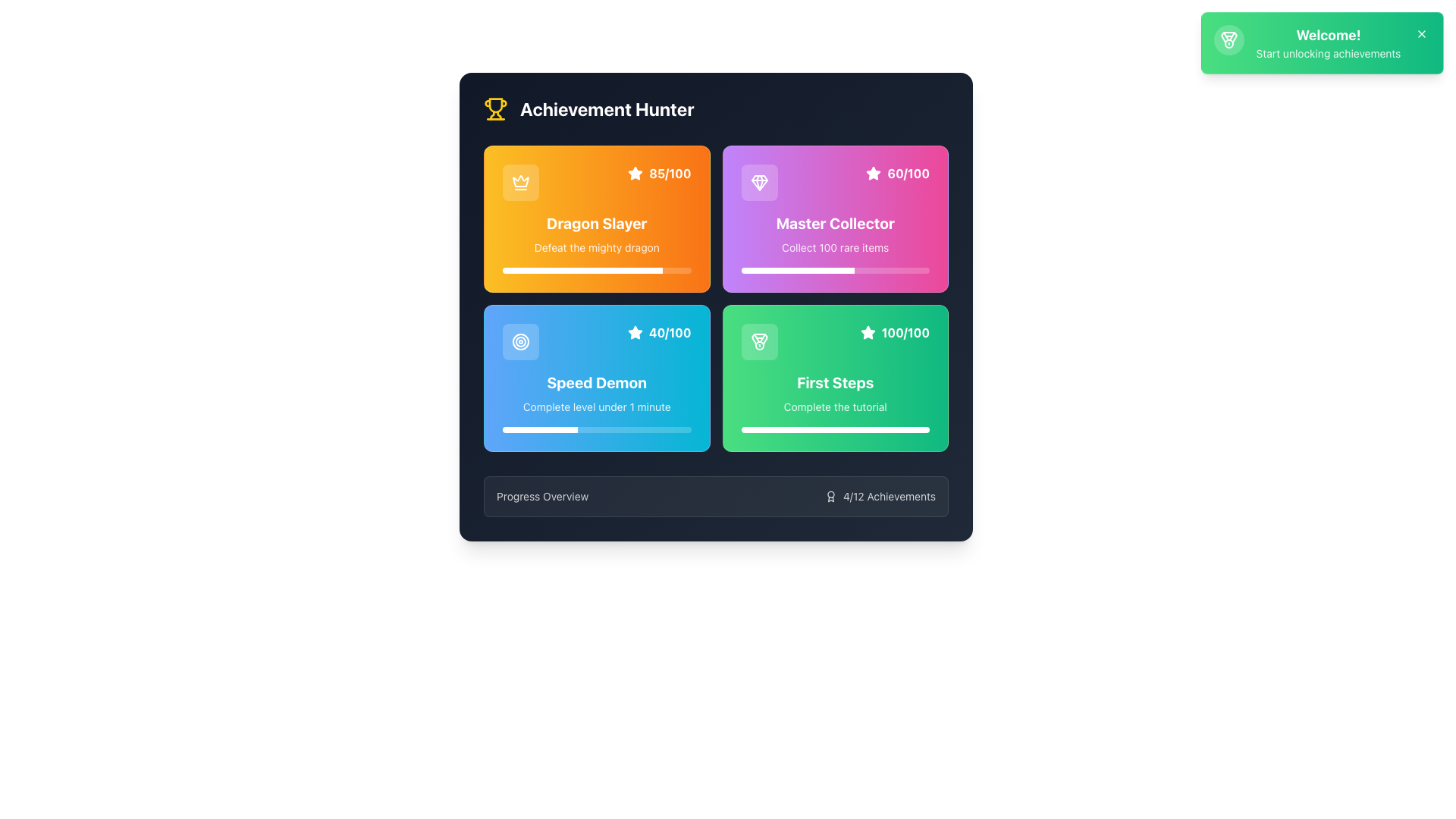 Image resolution: width=1456 pixels, height=819 pixels. Describe the element at coordinates (582, 270) in the screenshot. I see `the progress bar indicating the completion of the 'Dragon Slayer' achievement, located at the bottom portion of the achievement card` at that location.